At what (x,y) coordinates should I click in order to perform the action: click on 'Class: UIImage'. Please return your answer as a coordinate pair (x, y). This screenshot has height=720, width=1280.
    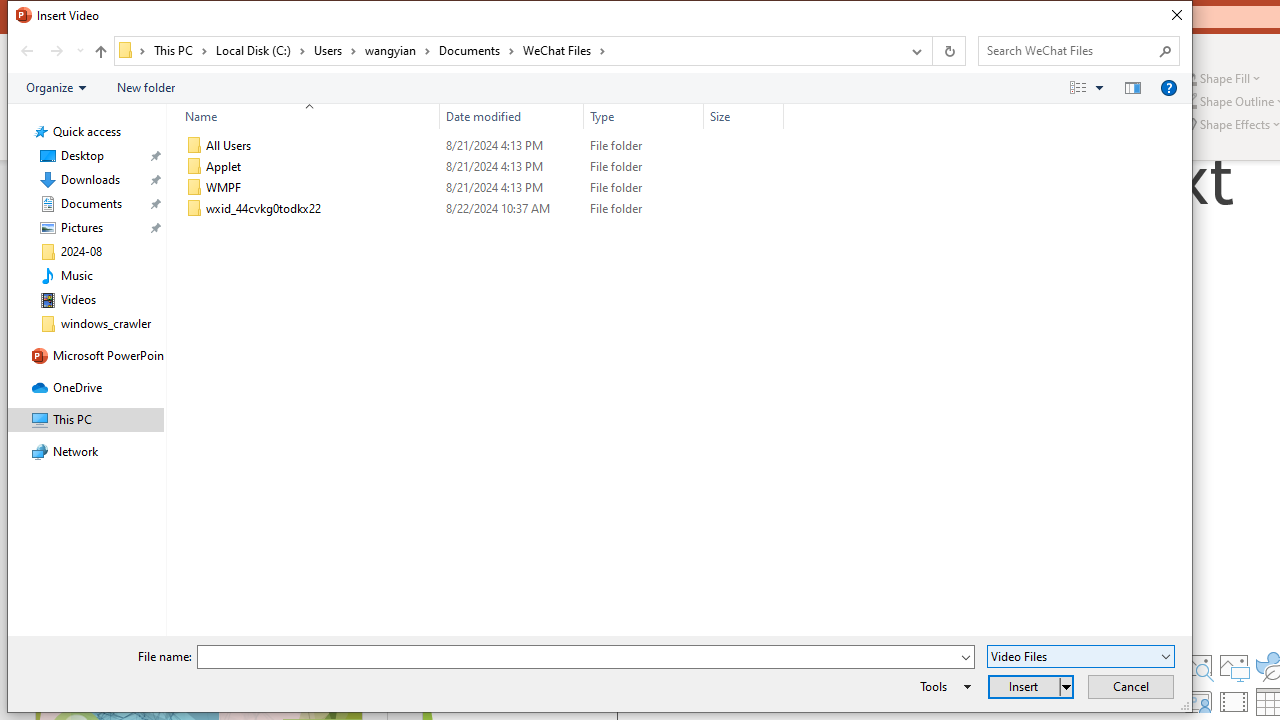
    Looking at the image, I should click on (194, 209).